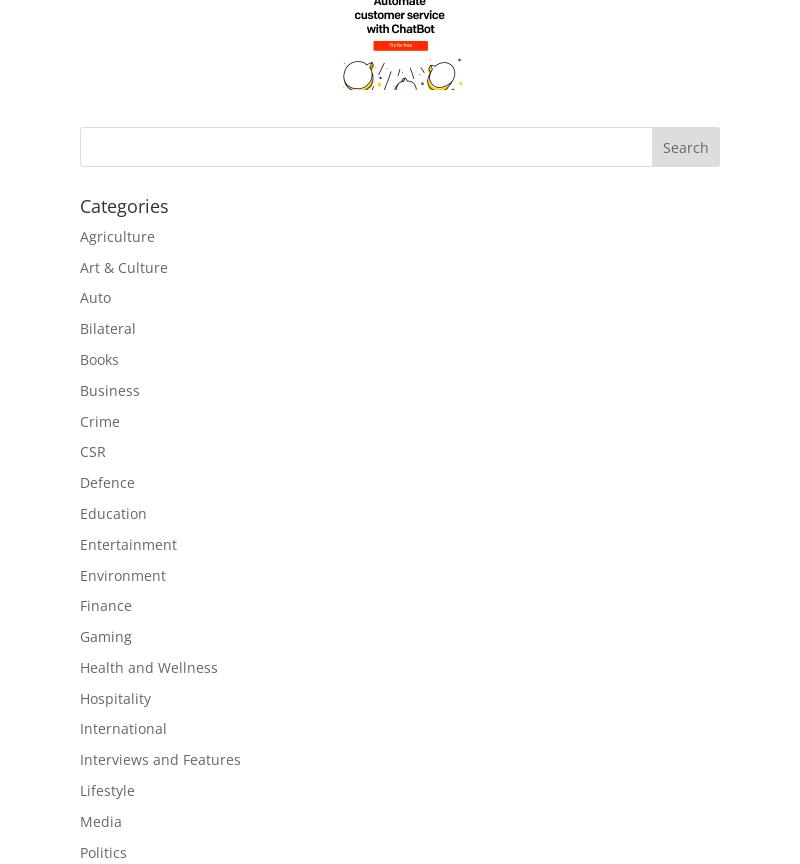 The width and height of the screenshot is (800, 864). Describe the element at coordinates (105, 635) in the screenshot. I see `'Gaming'` at that location.